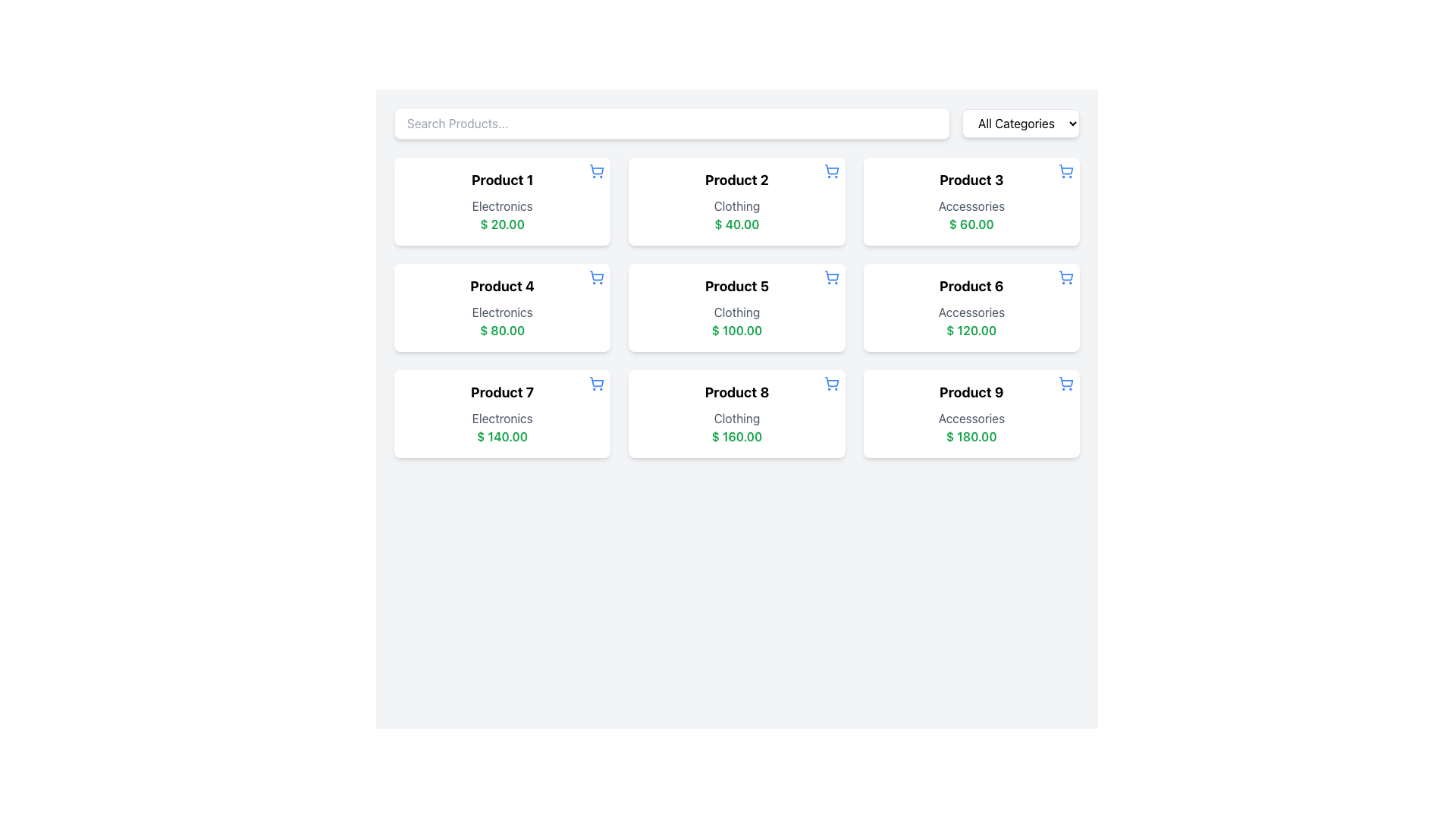 The image size is (1456, 819). I want to click on the Text Label displaying the product category for 'Product 4', located beneath the heading and above the price '$ 80.00', so click(502, 312).